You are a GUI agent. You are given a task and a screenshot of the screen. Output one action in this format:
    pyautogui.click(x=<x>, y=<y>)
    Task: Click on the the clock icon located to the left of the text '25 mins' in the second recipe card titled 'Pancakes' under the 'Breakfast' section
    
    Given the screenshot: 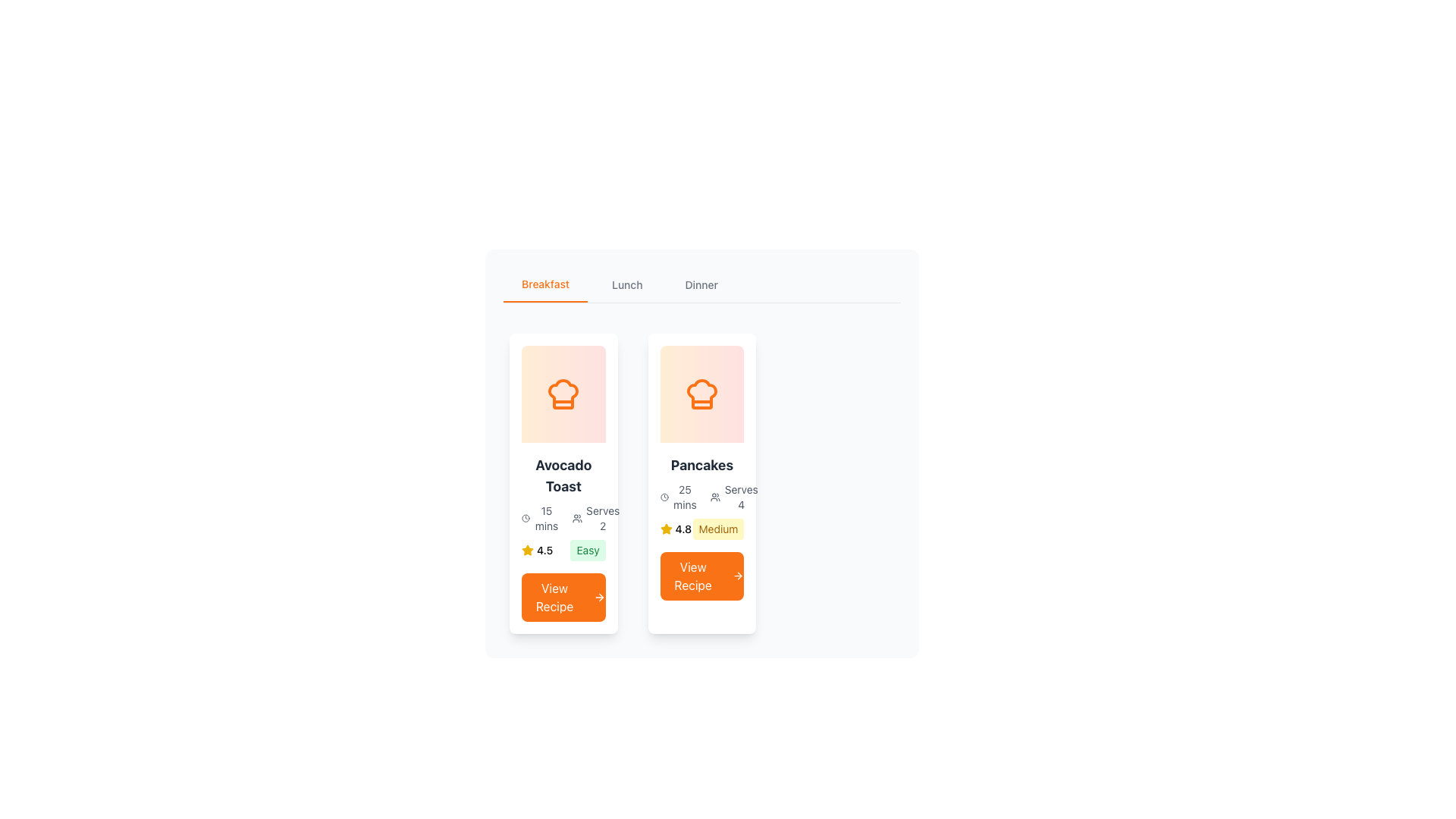 What is the action you would take?
    pyautogui.click(x=664, y=497)
    